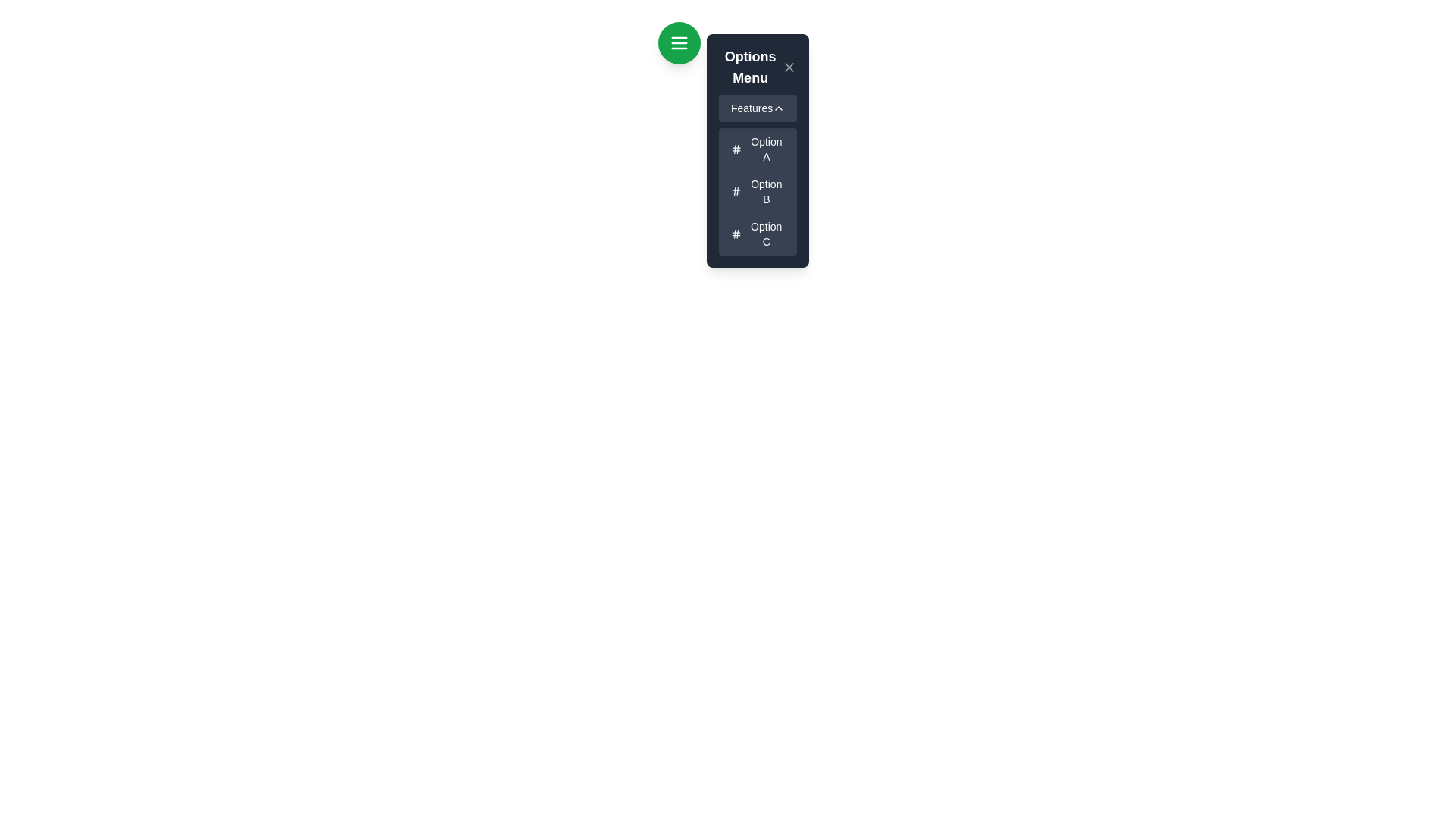 This screenshot has width=1456, height=819. Describe the element at coordinates (758, 151) in the screenshot. I see `the first item in the dropdown menu under the 'Features' heading` at that location.